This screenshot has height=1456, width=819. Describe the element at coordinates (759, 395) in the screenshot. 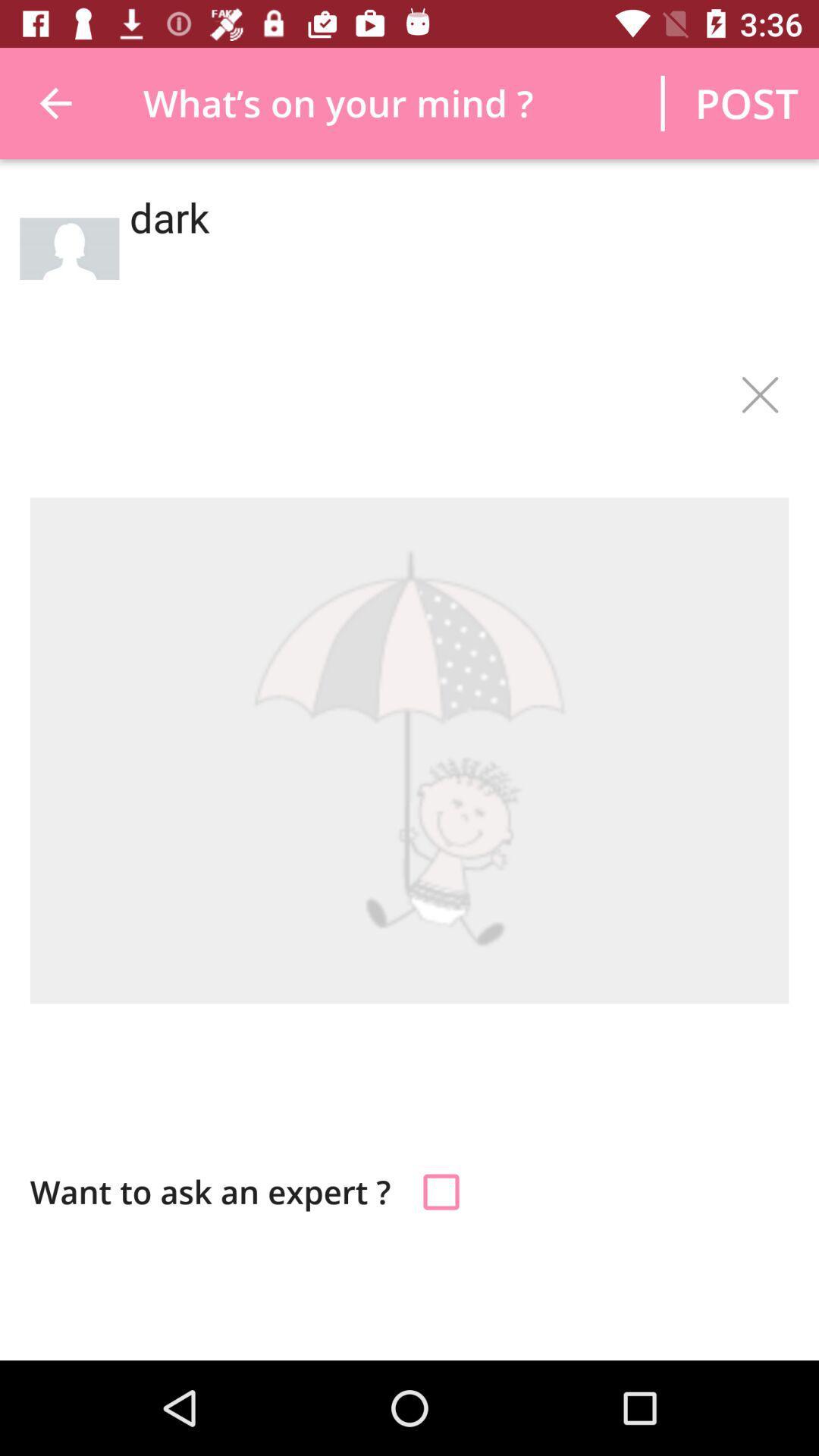

I see `the icon below the dark icon` at that location.